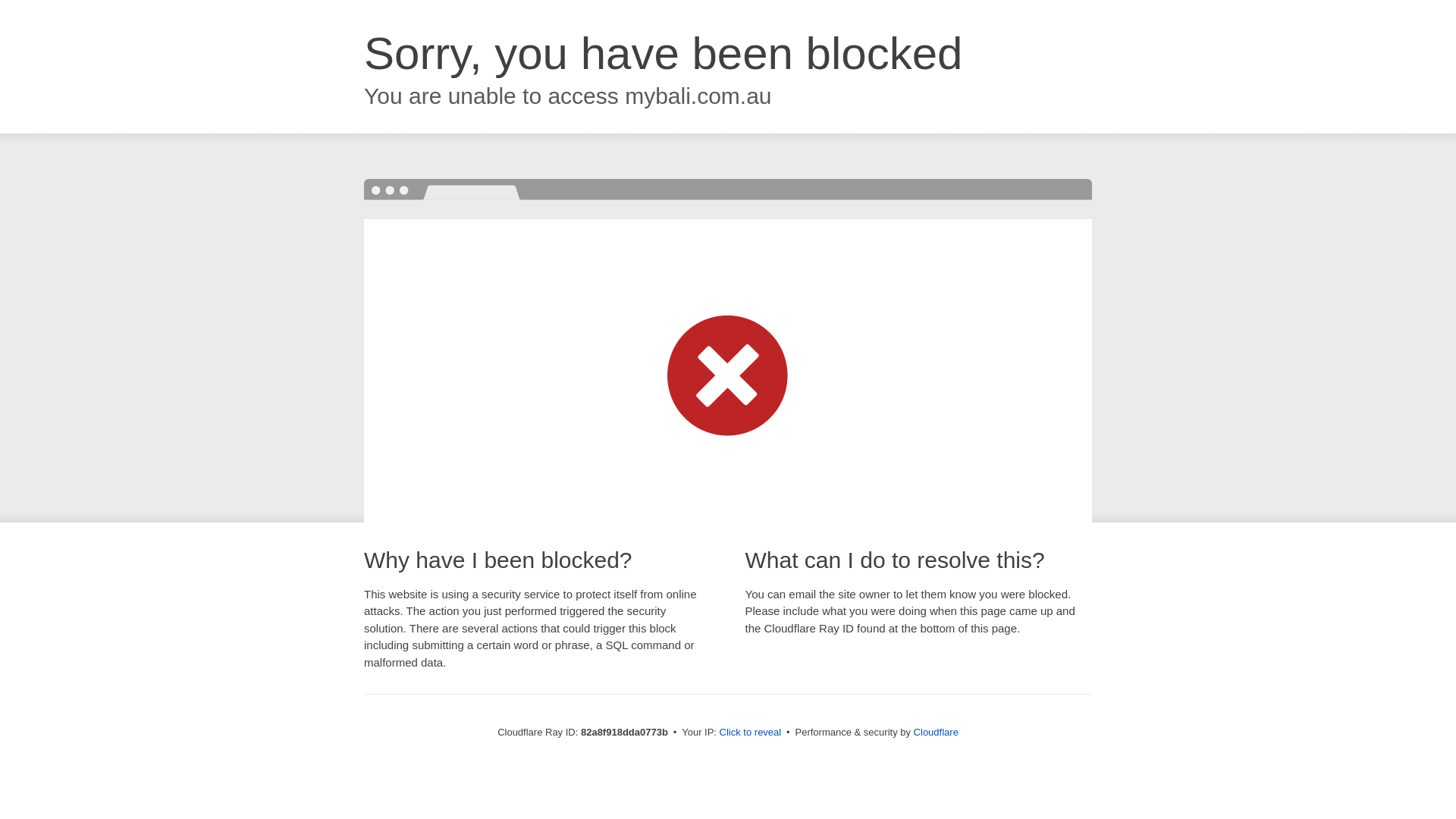 The height and width of the screenshot is (819, 1456). What do you see at coordinates (719, 731) in the screenshot?
I see `'Click to reveal'` at bounding box center [719, 731].